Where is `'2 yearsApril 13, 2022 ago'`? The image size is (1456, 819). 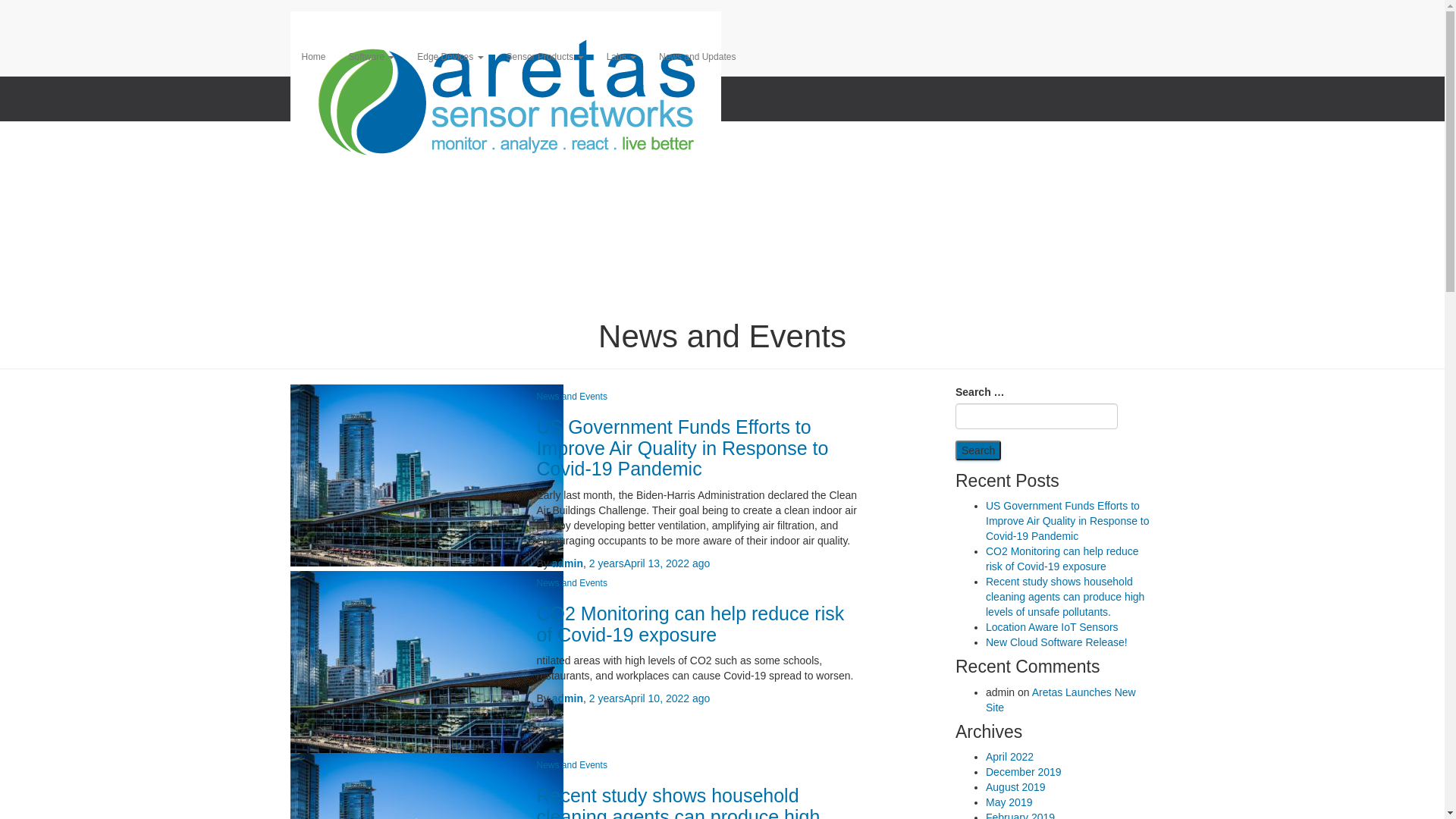 '2 yearsApril 13, 2022 ago' is located at coordinates (650, 563).